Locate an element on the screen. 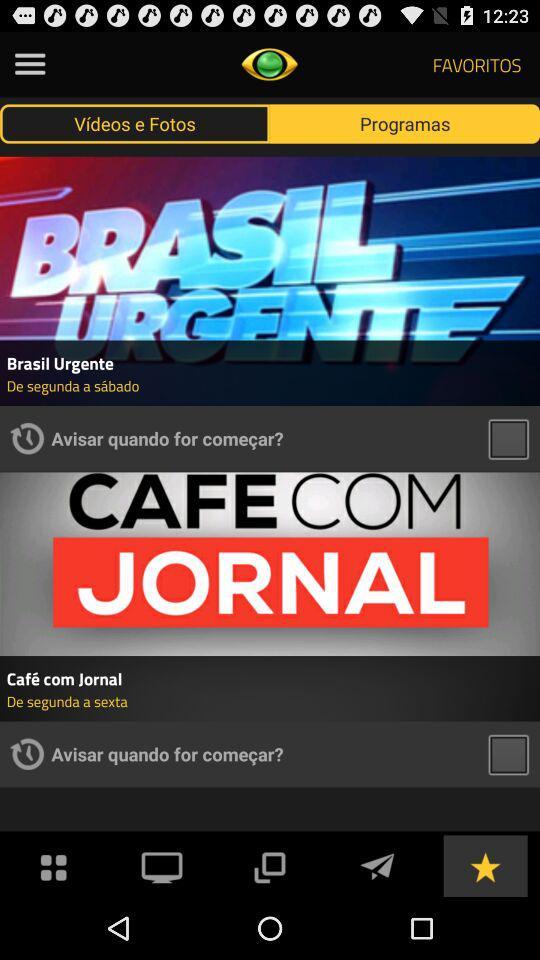 This screenshot has width=540, height=960. app above the de segunda a app is located at coordinates (270, 678).